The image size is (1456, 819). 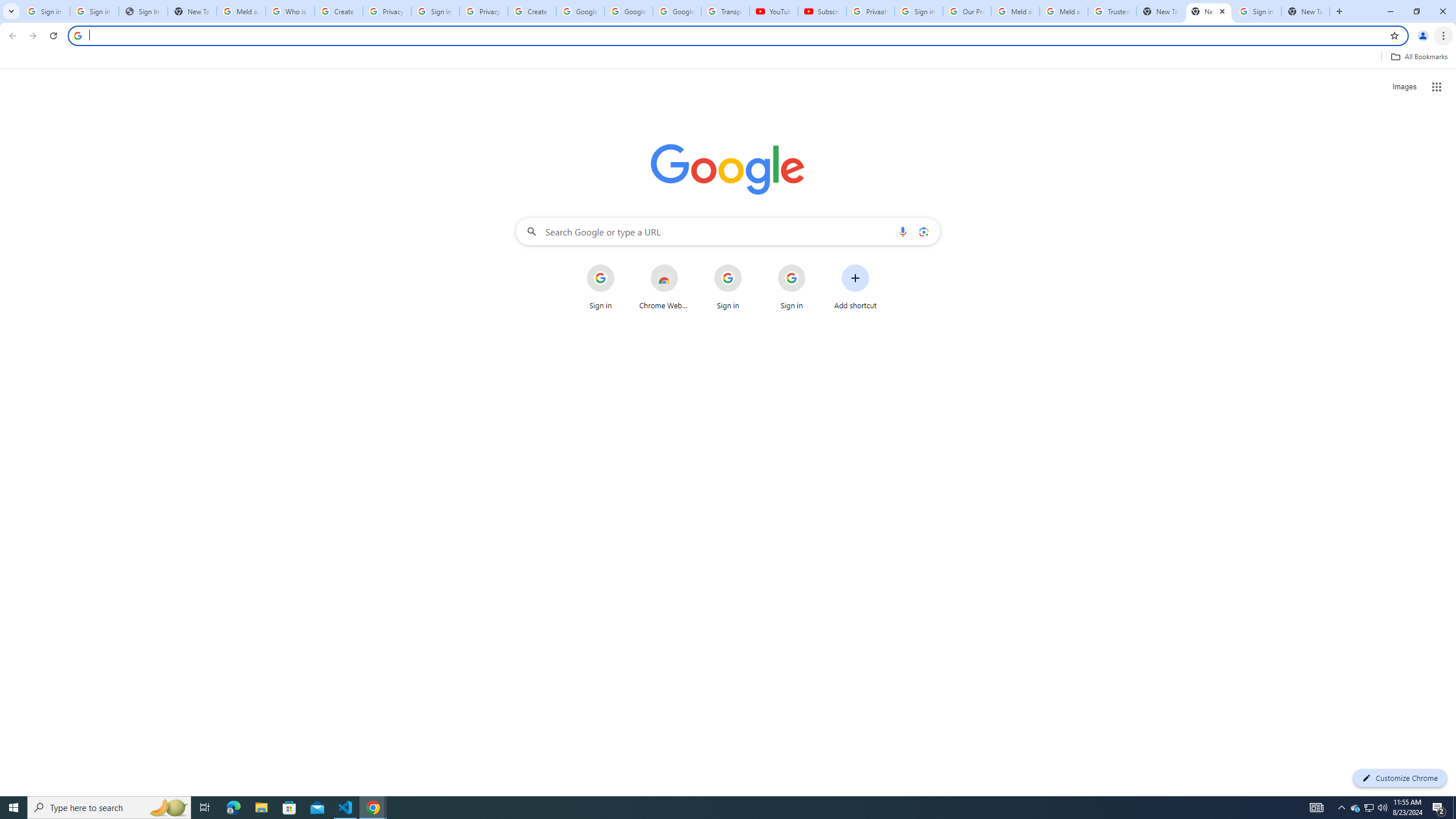 What do you see at coordinates (1393, 35) in the screenshot?
I see `'Bookmark this tab'` at bounding box center [1393, 35].